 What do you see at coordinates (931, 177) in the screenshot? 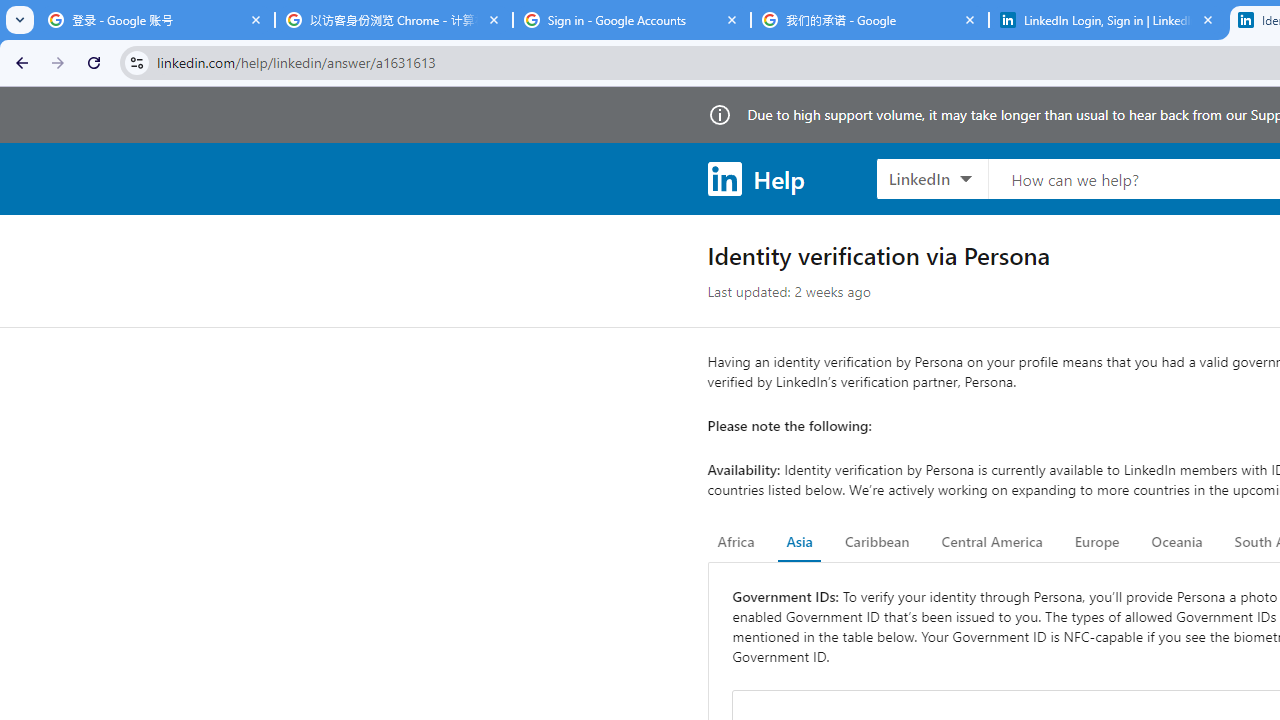
I see `'LinkedIn products to search, LinkedIn selected'` at bounding box center [931, 177].